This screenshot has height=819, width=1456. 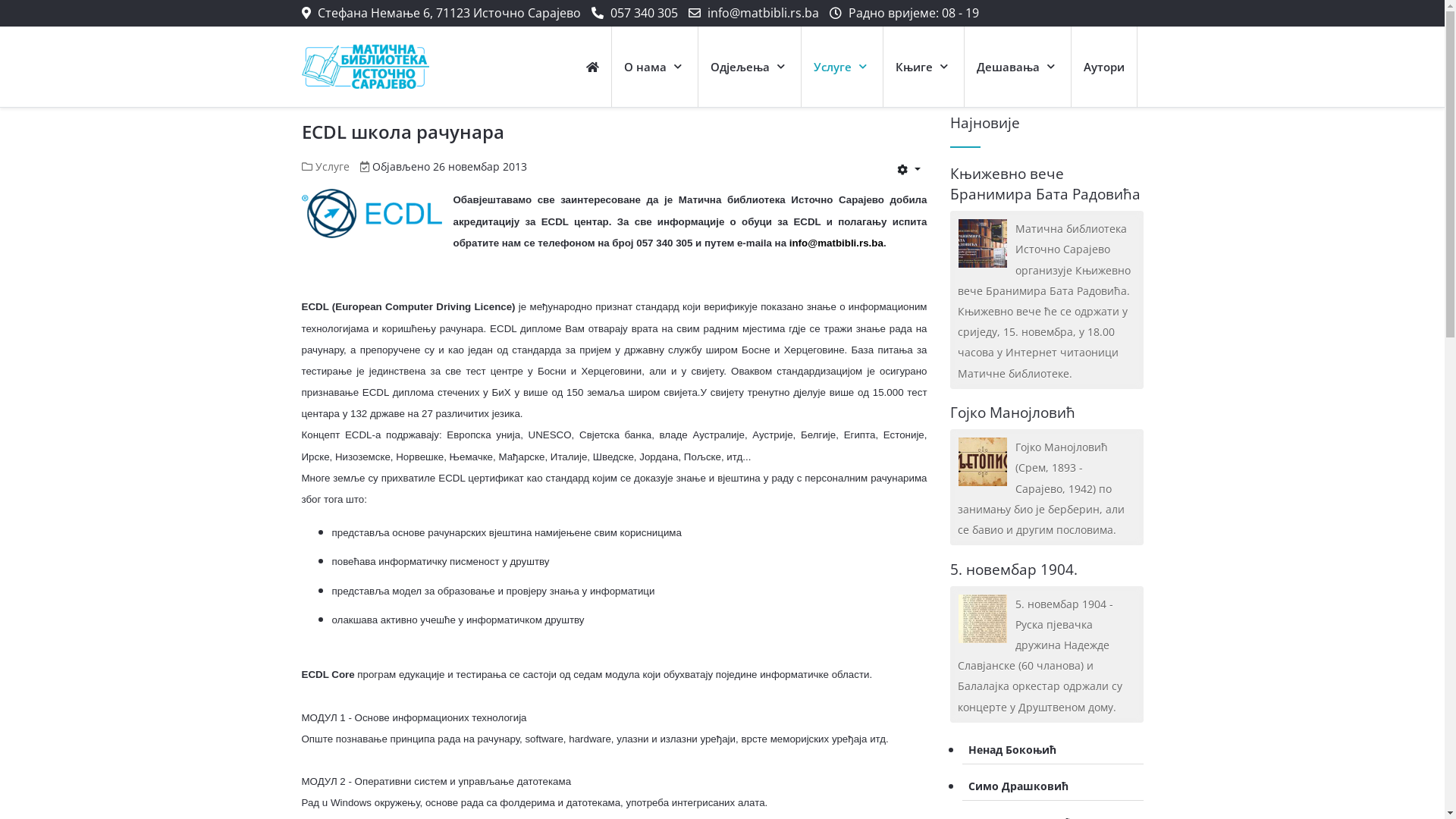 I want to click on 'info@matbibli.rs.ba', so click(x=762, y=12).